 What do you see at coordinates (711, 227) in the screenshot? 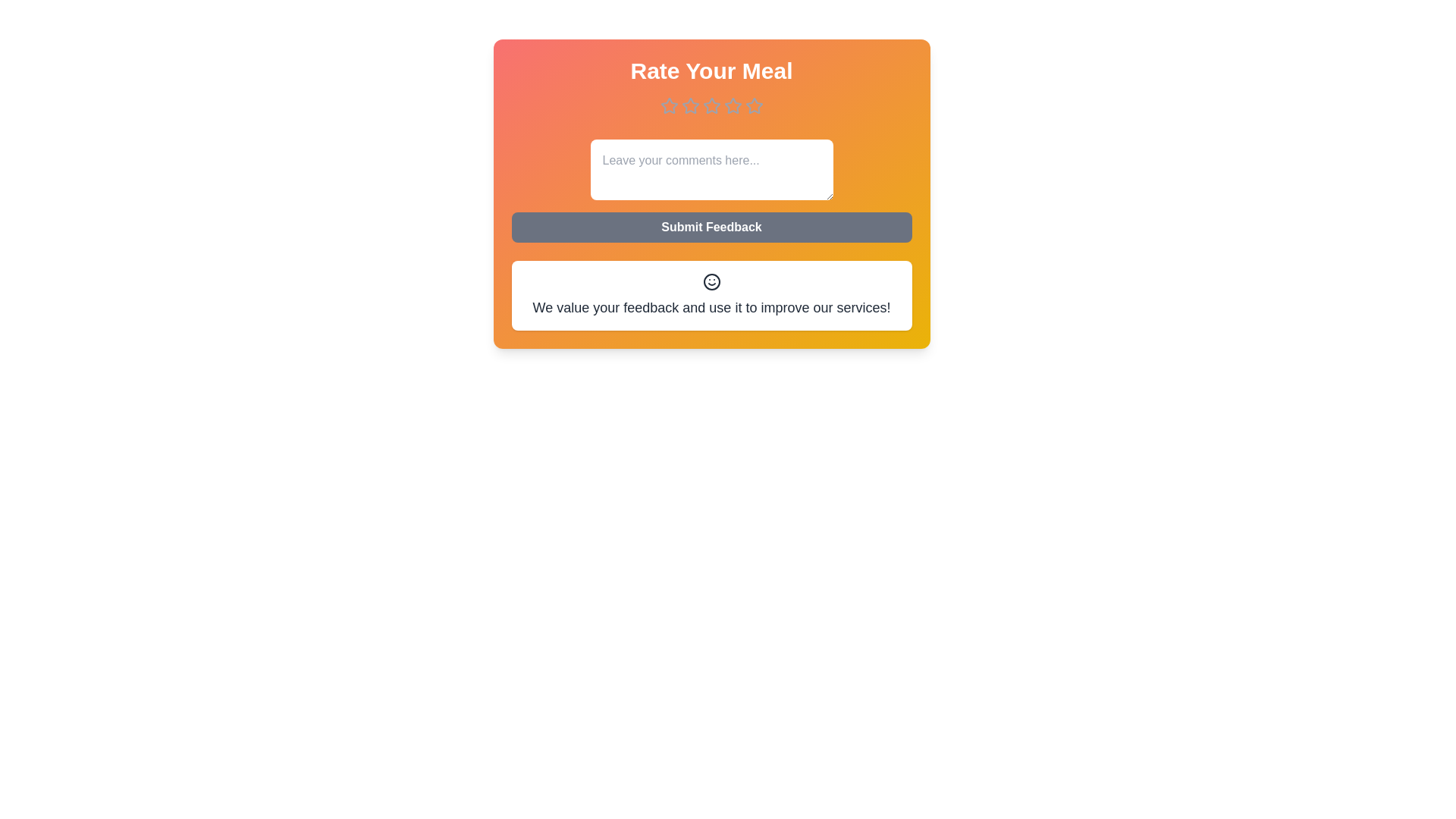
I see `the 'Submit Feedback' button to submit the feedback` at bounding box center [711, 227].